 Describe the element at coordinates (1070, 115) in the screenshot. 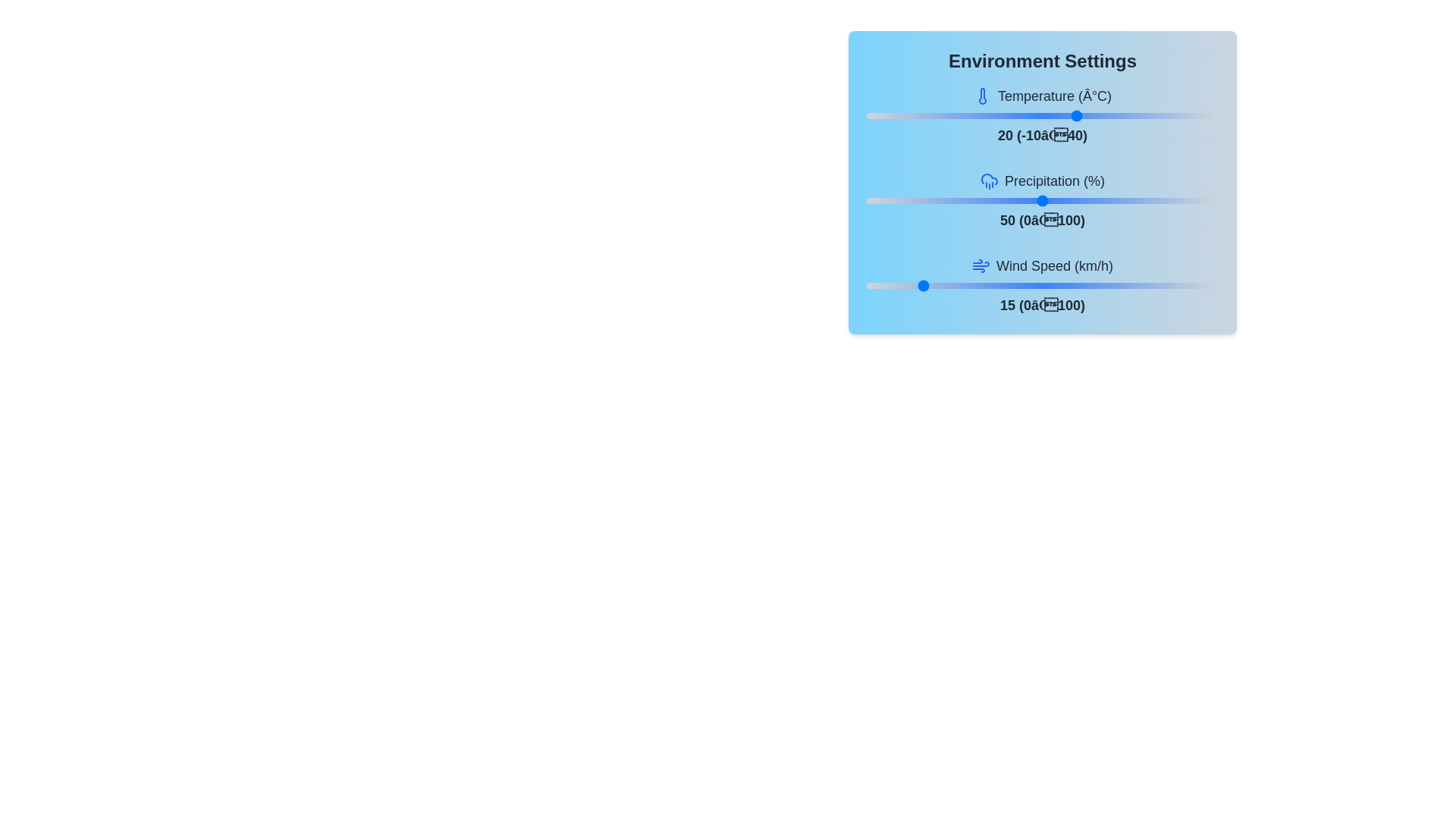

I see `the temperature` at that location.